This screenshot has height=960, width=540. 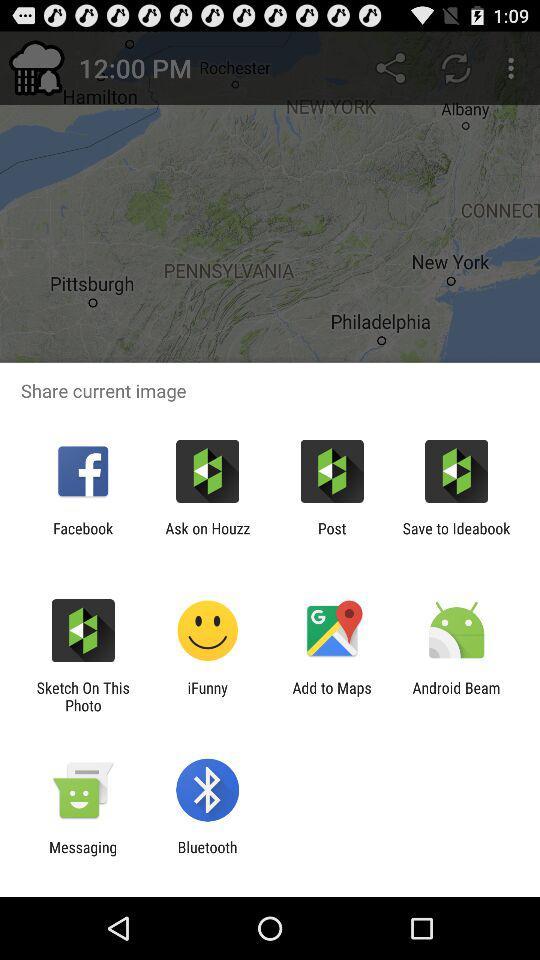 I want to click on item next to the android beam, so click(x=332, y=696).